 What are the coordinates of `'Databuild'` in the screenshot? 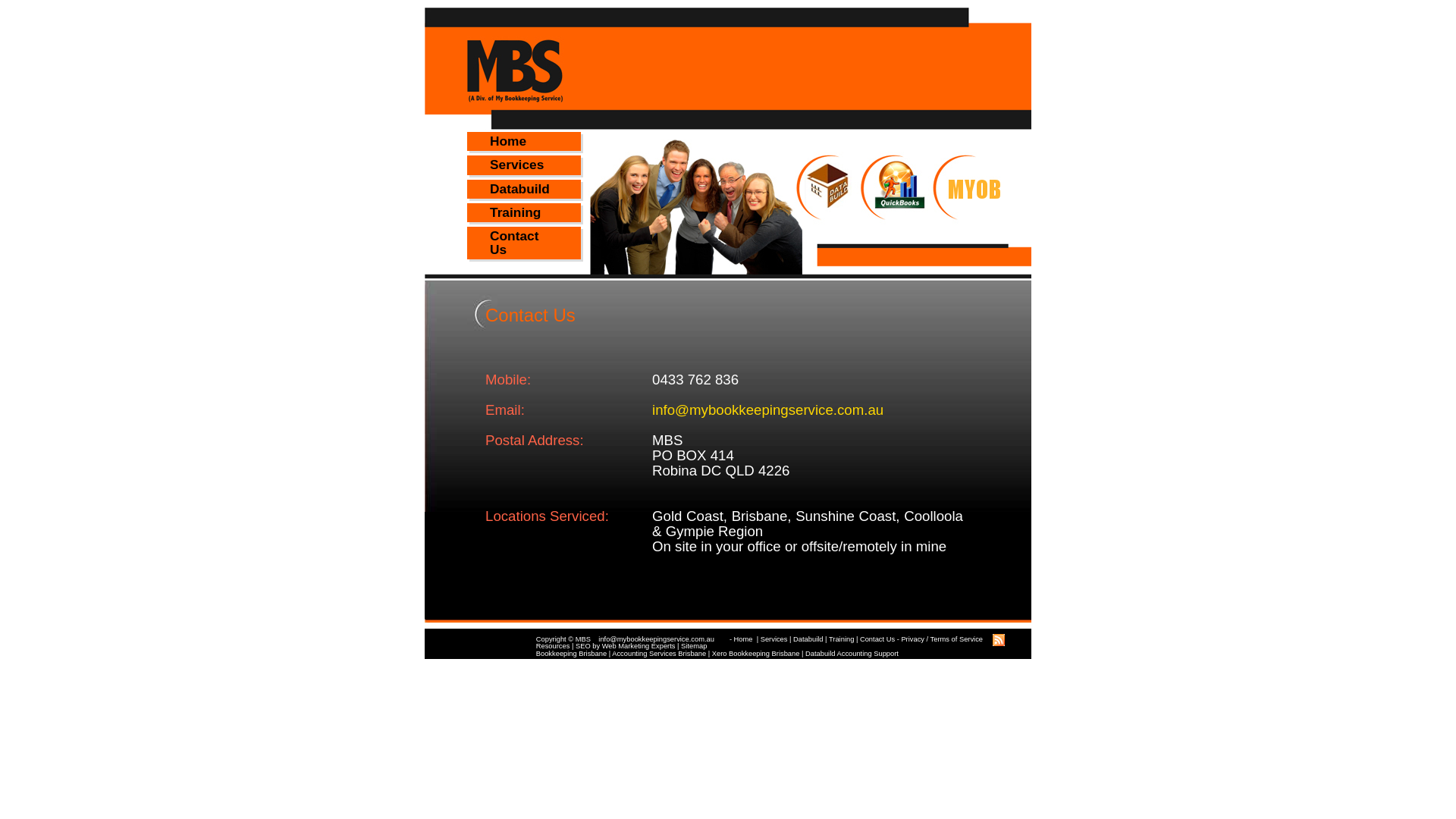 It's located at (807, 639).